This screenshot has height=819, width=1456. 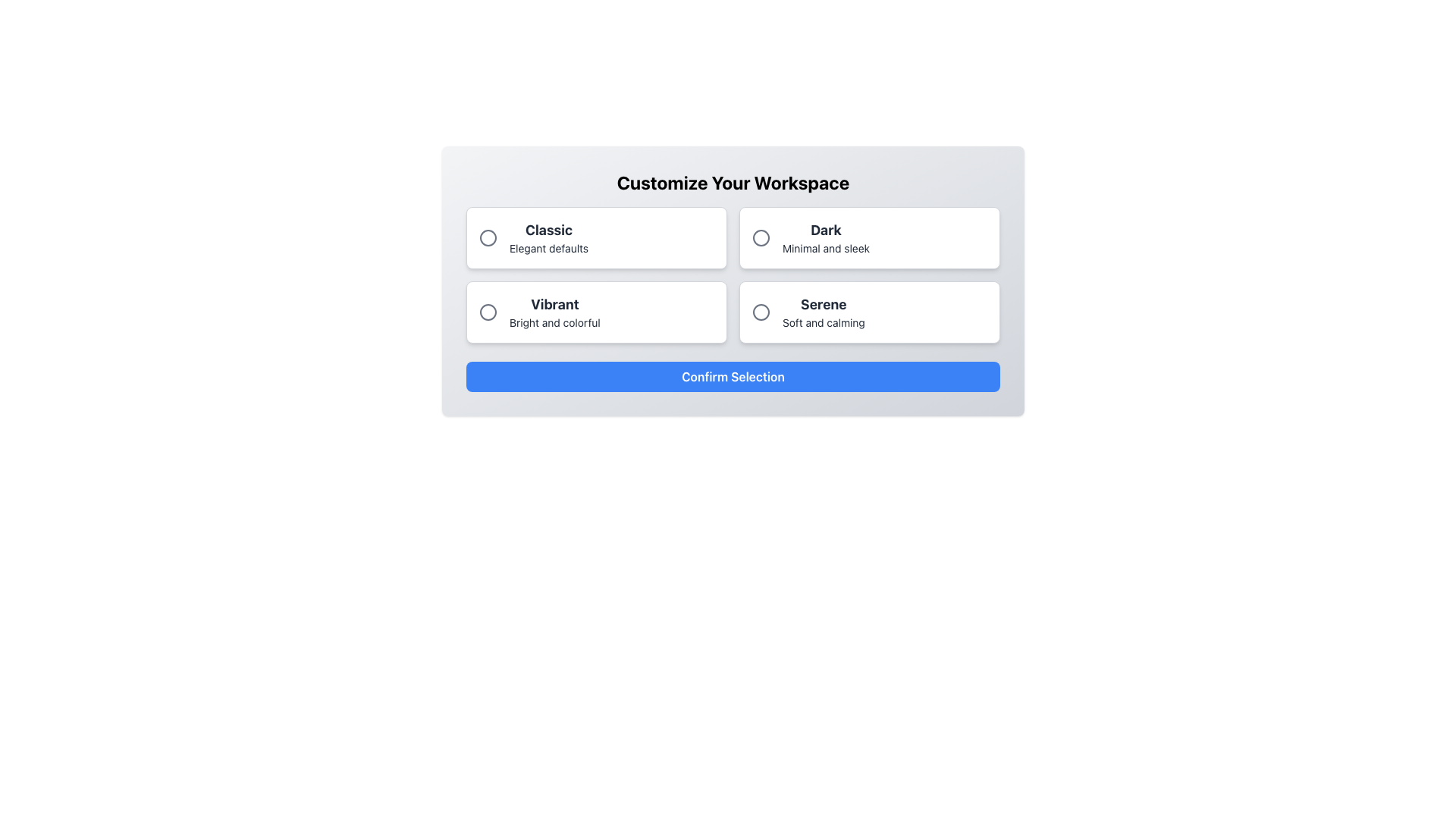 What do you see at coordinates (554, 322) in the screenshot?
I see `the descriptive text reading 'Bright and colorful', which is positioned directly below the heading 'Vibrant' in a grid layout` at bounding box center [554, 322].